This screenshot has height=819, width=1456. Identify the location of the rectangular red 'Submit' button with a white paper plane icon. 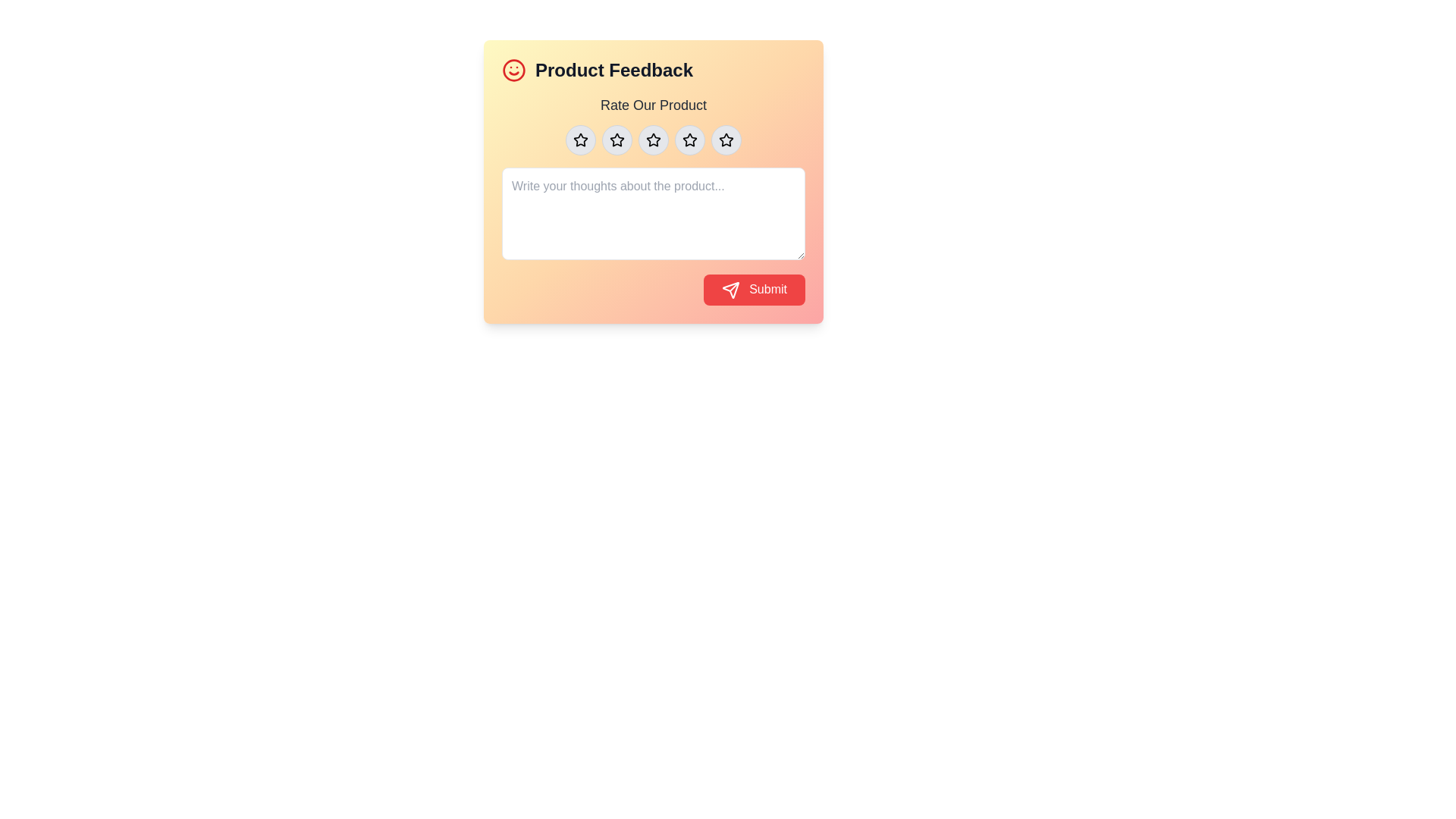
(754, 290).